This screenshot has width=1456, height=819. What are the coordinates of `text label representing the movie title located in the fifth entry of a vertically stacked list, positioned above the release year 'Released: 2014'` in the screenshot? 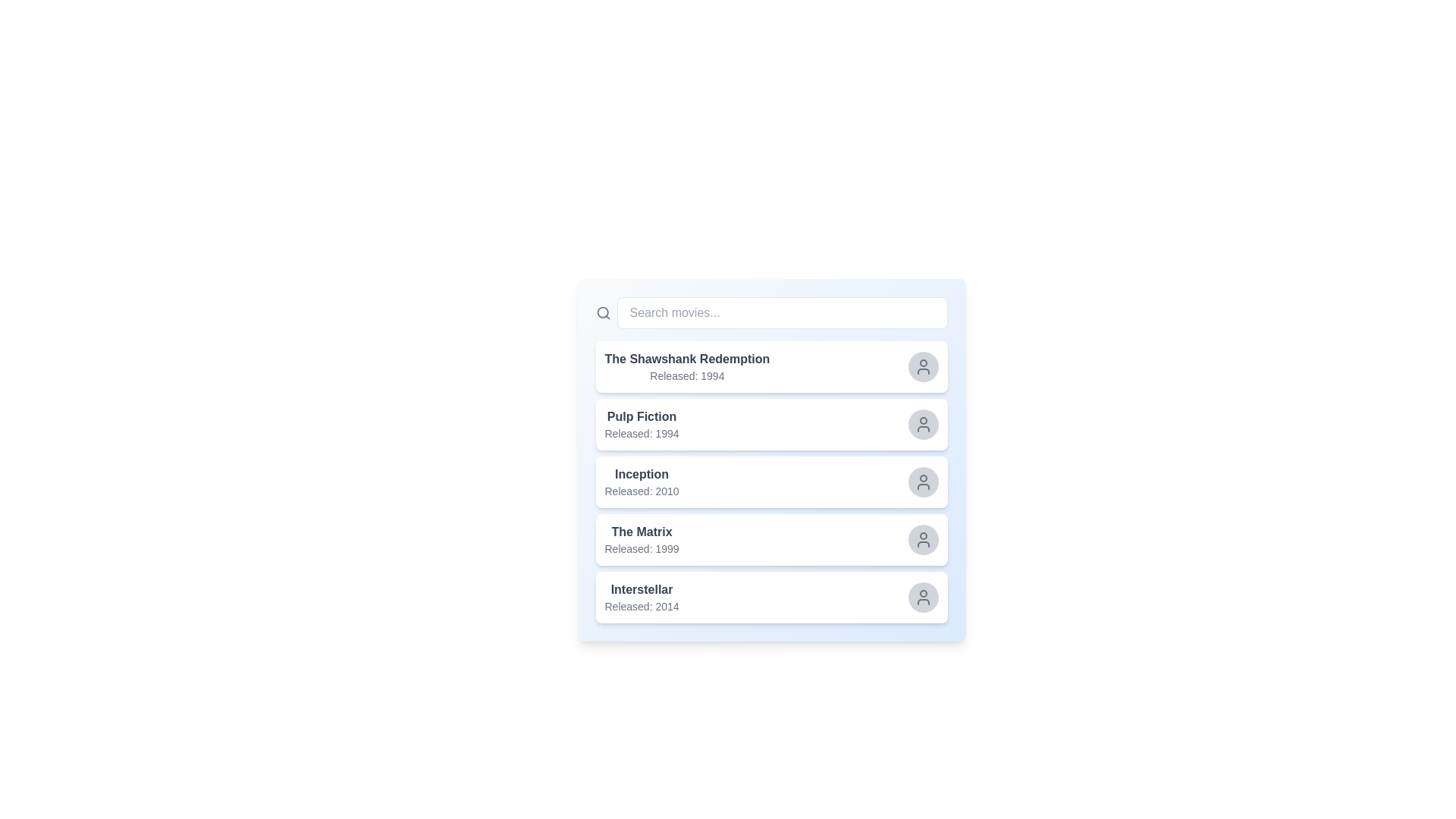 It's located at (642, 589).